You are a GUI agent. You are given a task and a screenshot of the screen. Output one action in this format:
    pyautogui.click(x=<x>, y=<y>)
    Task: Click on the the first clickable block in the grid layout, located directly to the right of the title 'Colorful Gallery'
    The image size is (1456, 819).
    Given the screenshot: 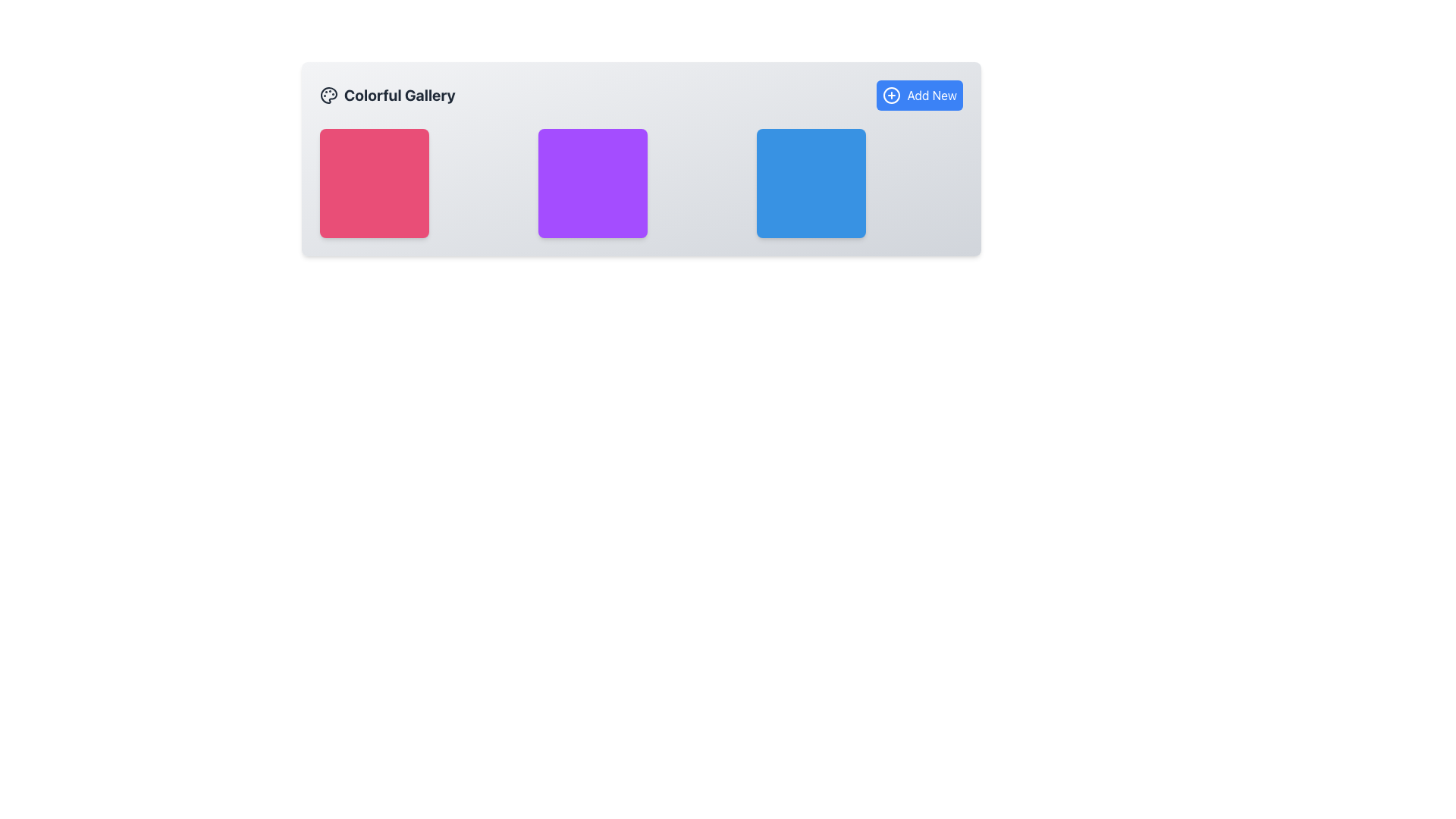 What is the action you would take?
    pyautogui.click(x=422, y=183)
    